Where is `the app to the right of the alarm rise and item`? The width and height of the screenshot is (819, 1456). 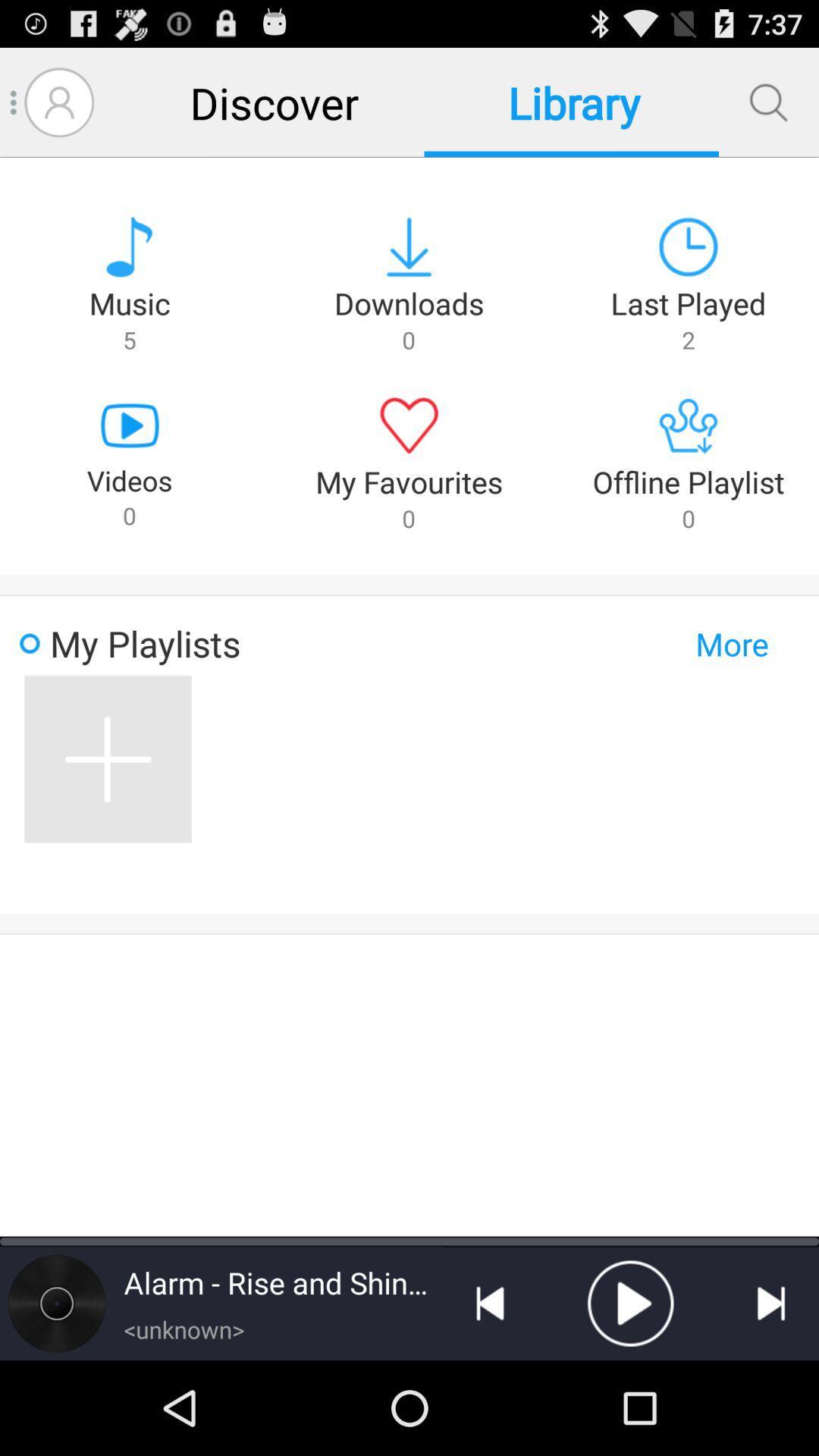
the app to the right of the alarm rise and item is located at coordinates (490, 1302).